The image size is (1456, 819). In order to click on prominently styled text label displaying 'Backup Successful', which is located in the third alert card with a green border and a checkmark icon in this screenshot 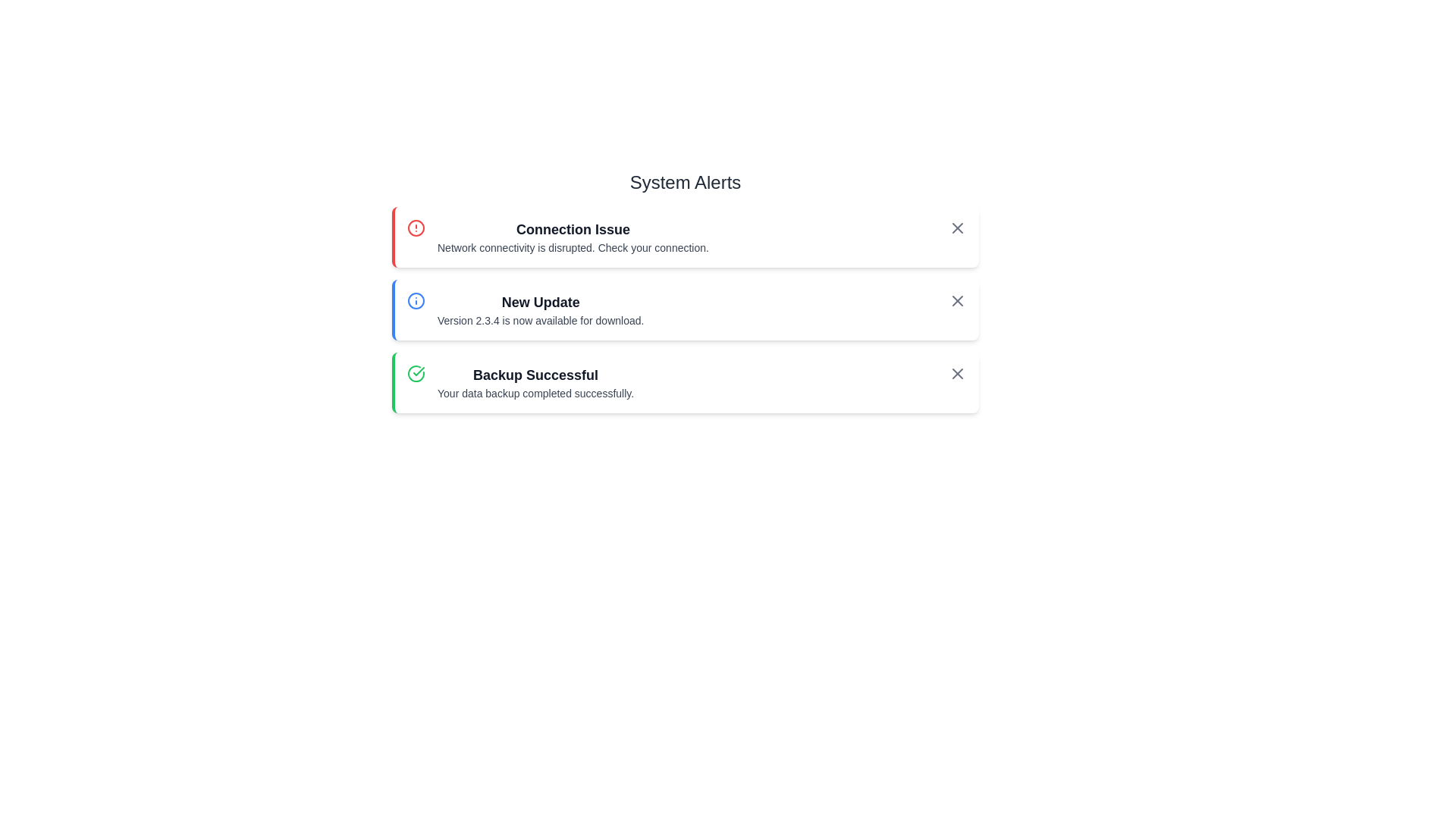, I will do `click(535, 375)`.